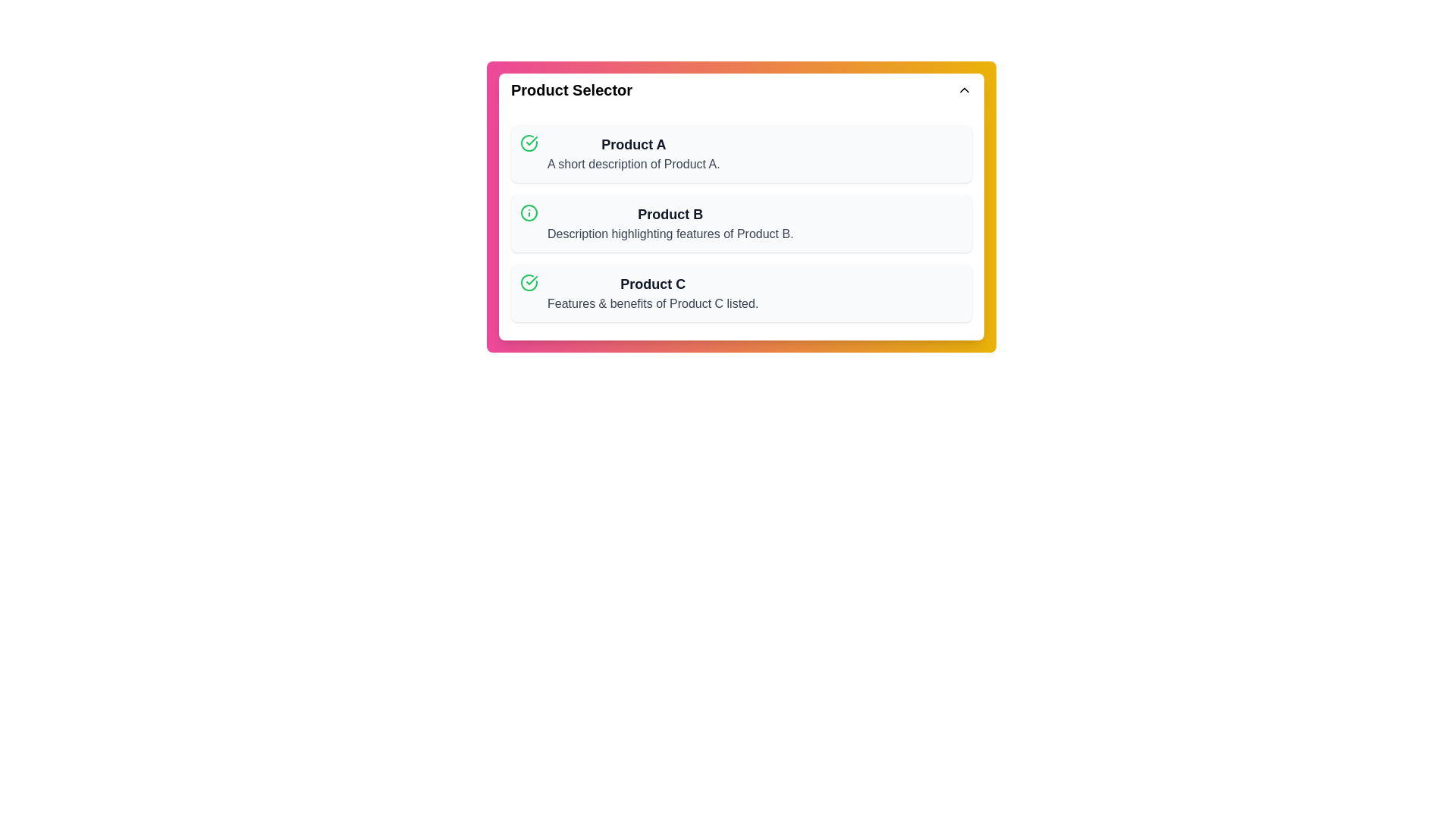 This screenshot has width=1456, height=819. I want to click on the description of Product A to read its details, so click(633, 154).